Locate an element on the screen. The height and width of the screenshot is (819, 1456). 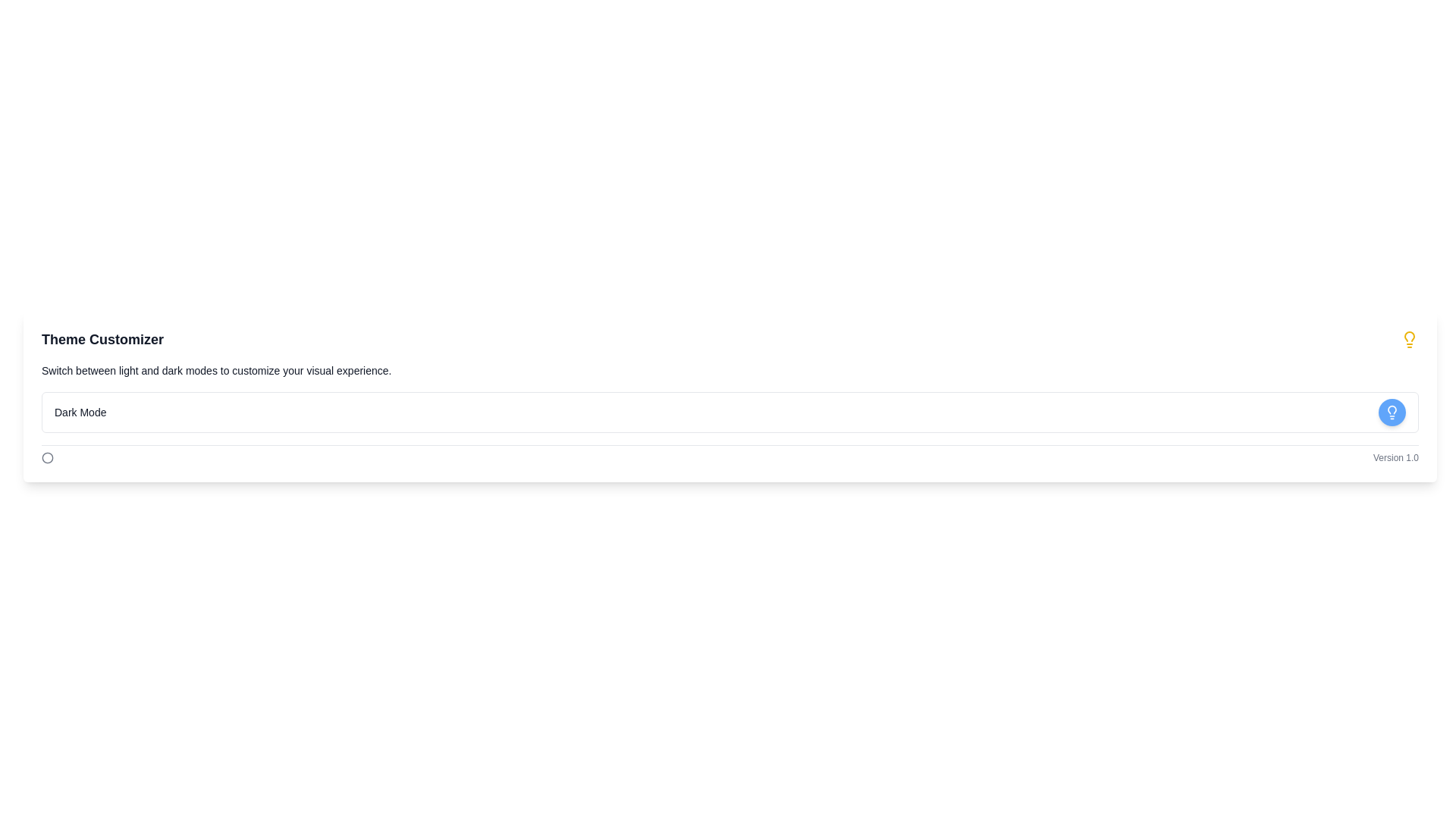
the circular Graphical Icon located within the lower section of the interface, below the 'Dark Mode' toggle button is located at coordinates (47, 457).